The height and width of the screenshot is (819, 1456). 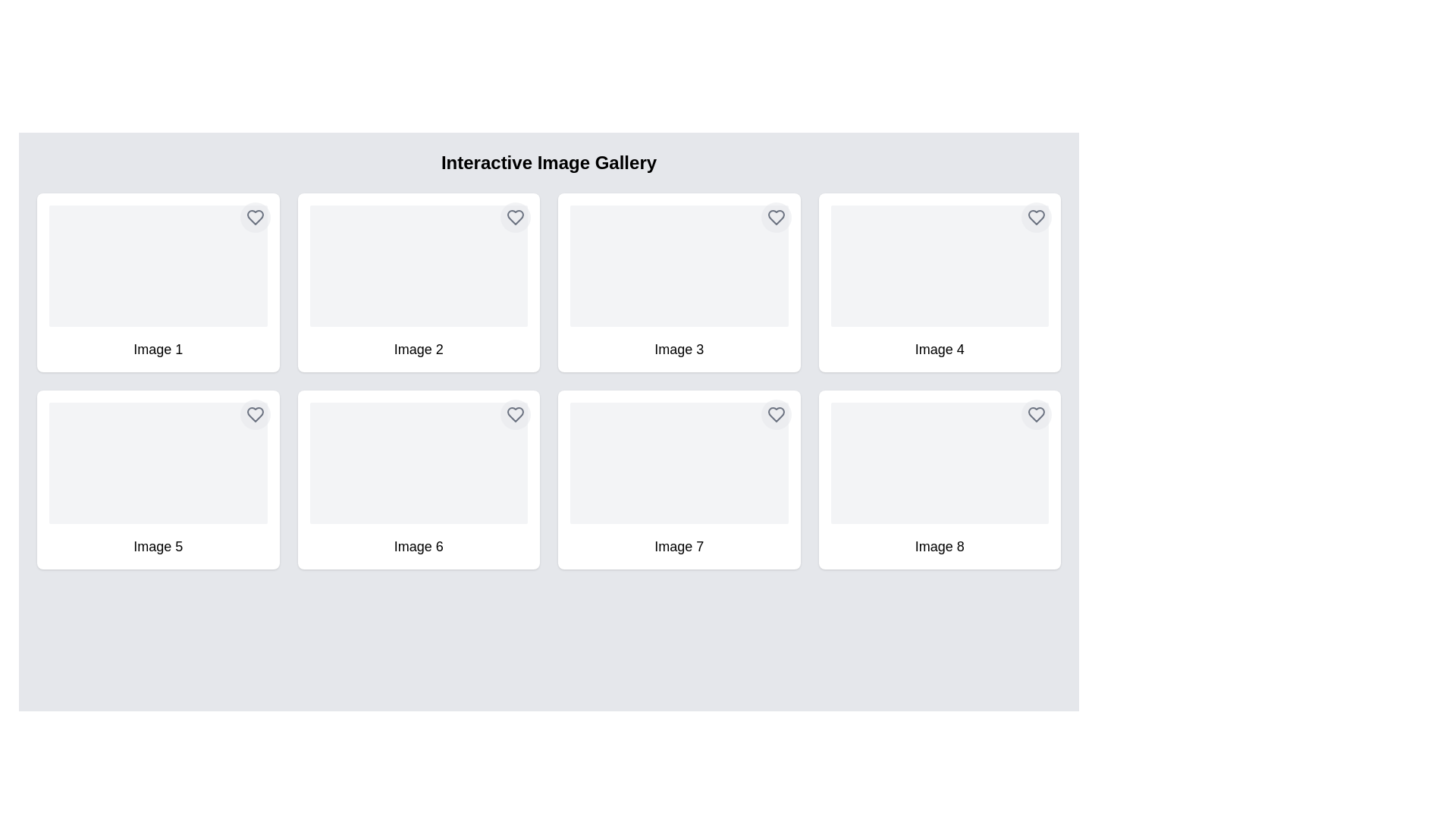 What do you see at coordinates (678, 547) in the screenshot?
I see `the text label located under the image placeholder in the seventh position of the gallery grid, within the third row and first column for copying` at bounding box center [678, 547].